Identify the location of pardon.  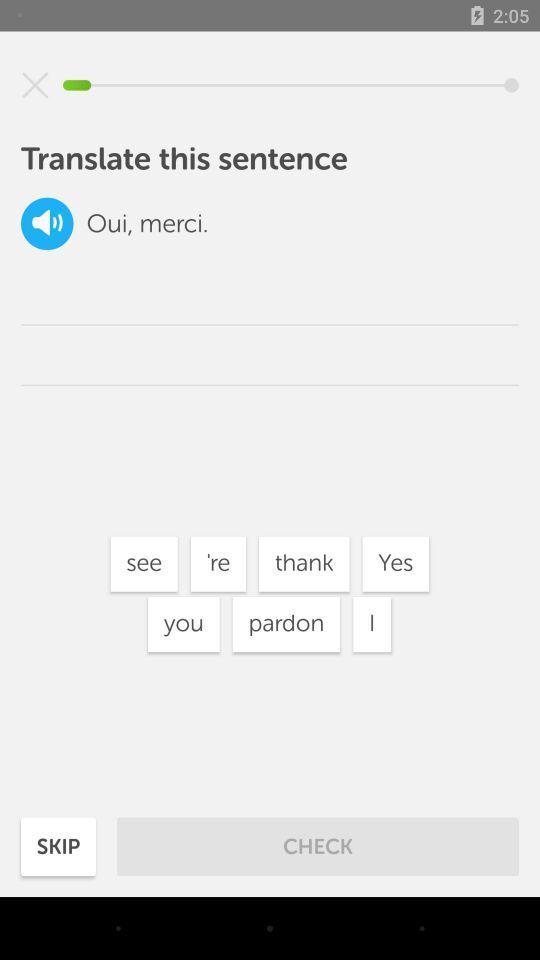
(285, 623).